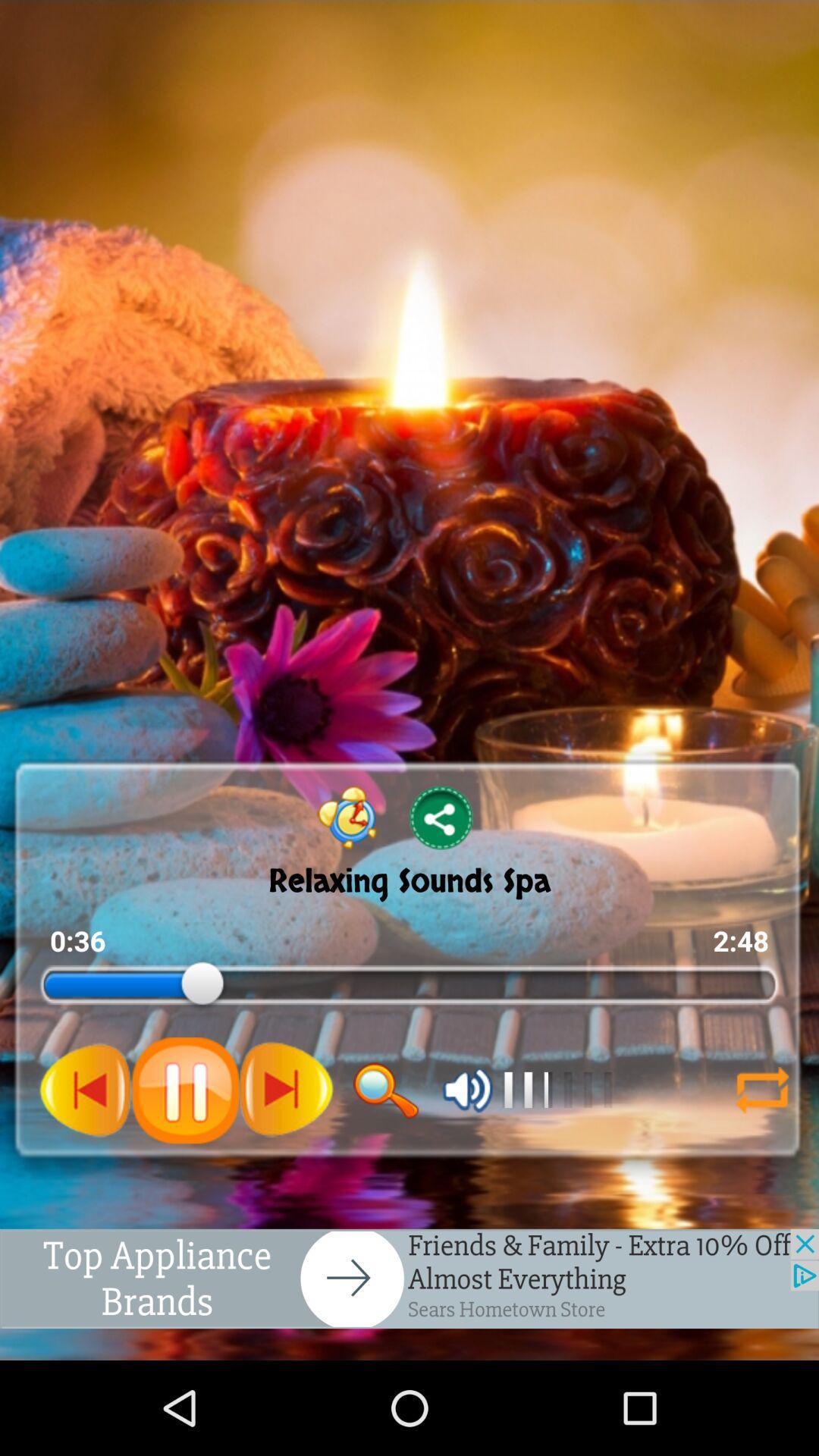  What do you see at coordinates (762, 1090) in the screenshot?
I see `swap icon` at bounding box center [762, 1090].